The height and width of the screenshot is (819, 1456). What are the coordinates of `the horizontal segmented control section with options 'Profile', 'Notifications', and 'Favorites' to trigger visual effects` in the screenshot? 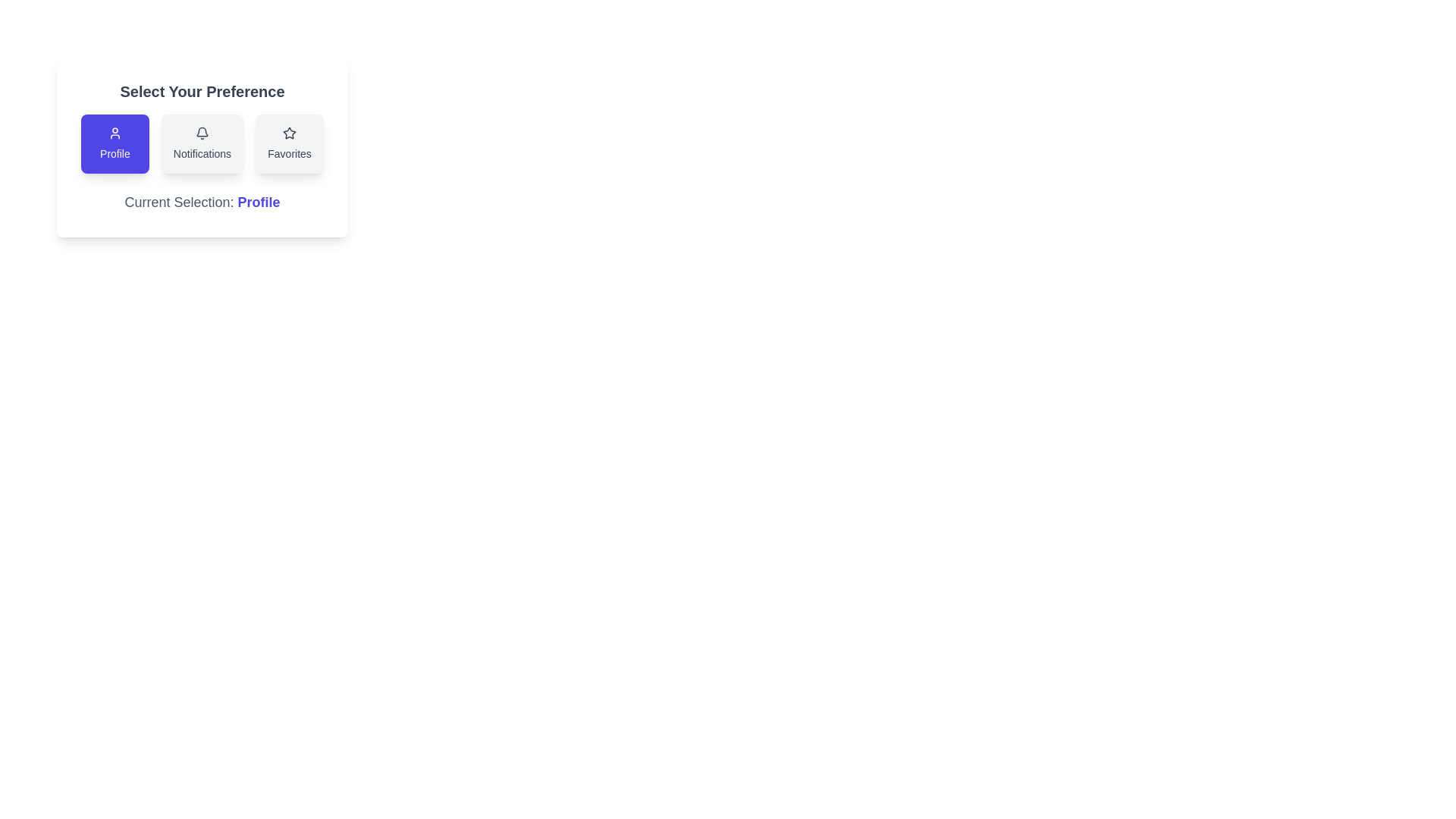 It's located at (202, 143).